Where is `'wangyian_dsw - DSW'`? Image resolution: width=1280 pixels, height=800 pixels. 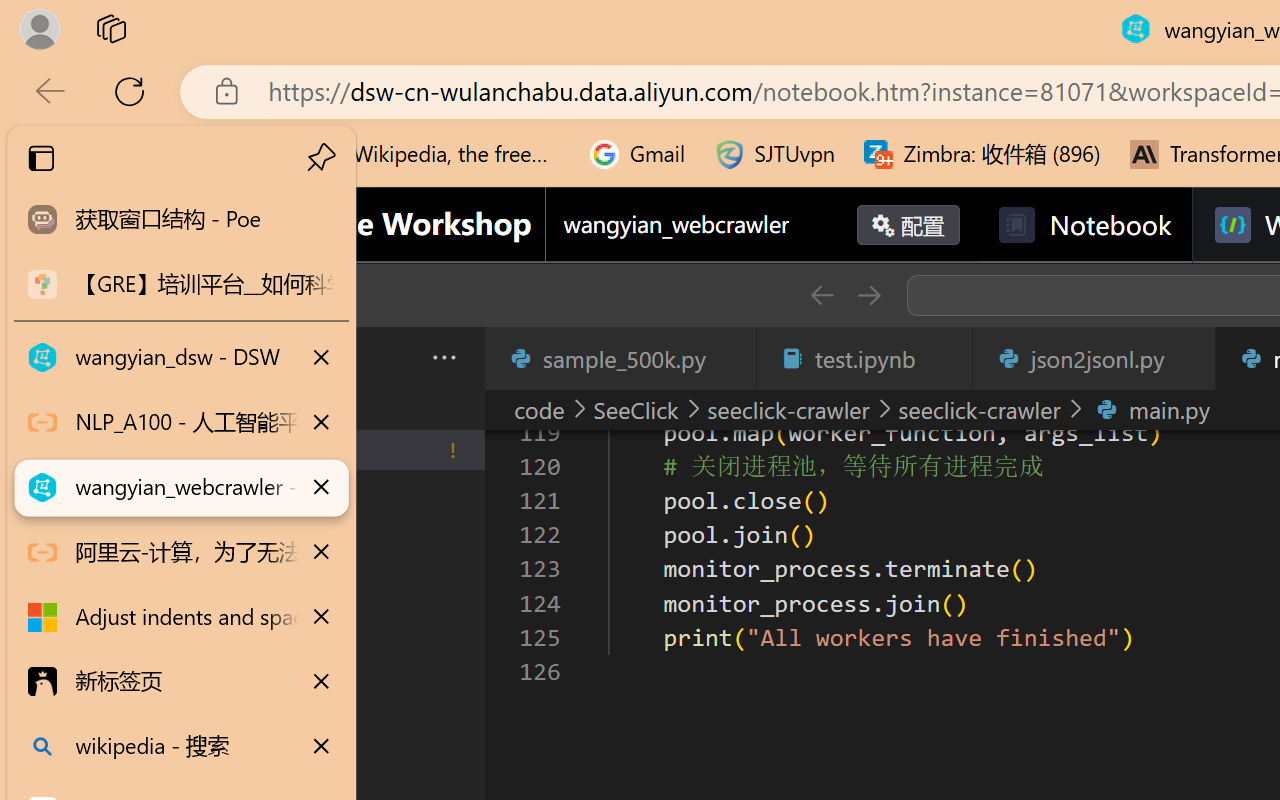
'wangyian_dsw - DSW' is located at coordinates (181, 358).